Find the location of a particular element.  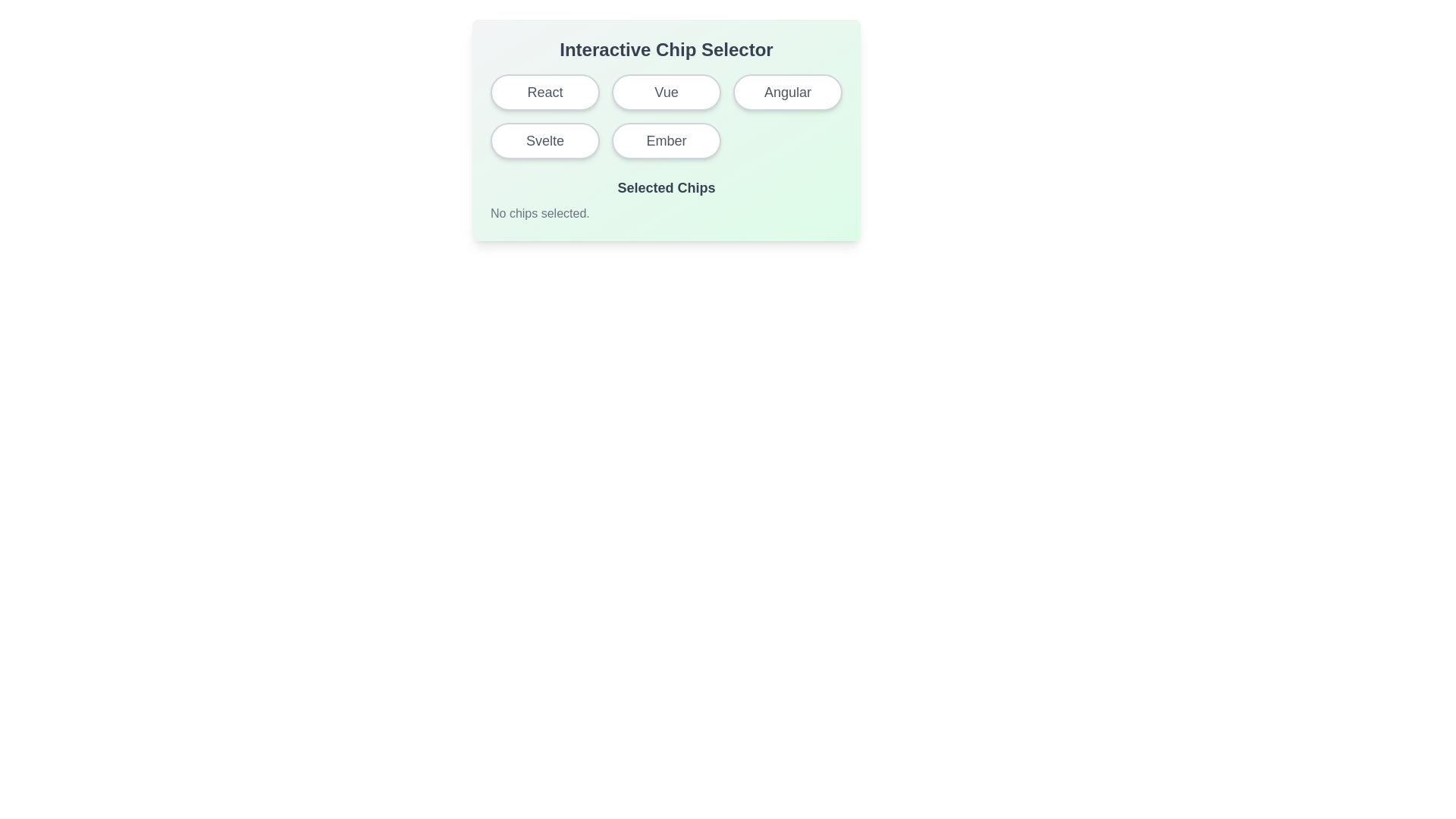

the 'React' button, which is a rounded rectangular button with gray text on a white background, located at the top-left of the grid layout is located at coordinates (545, 93).